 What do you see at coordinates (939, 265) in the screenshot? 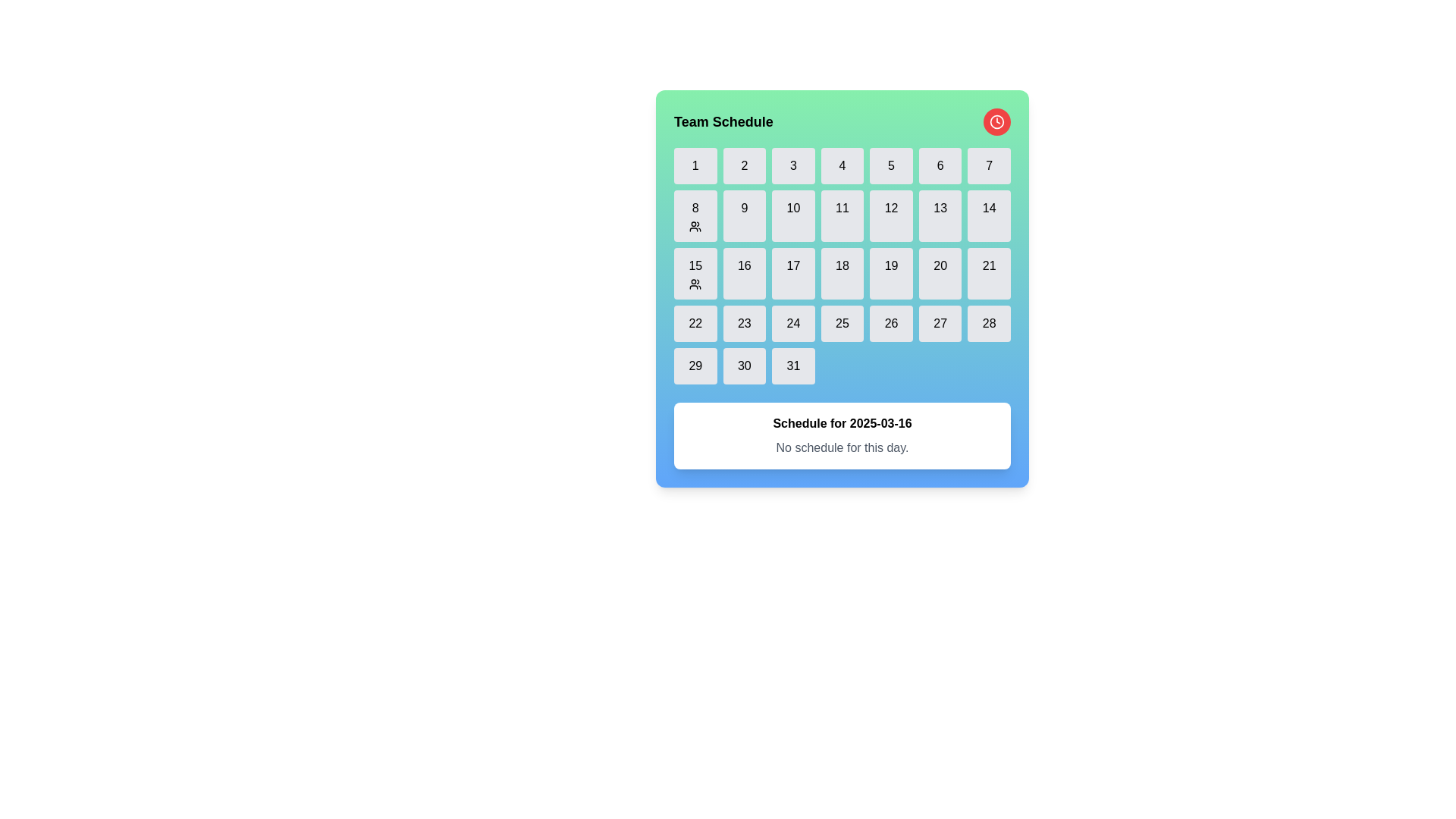
I see `the button displaying the date '20' in the 'Team Schedule' interface` at bounding box center [939, 265].